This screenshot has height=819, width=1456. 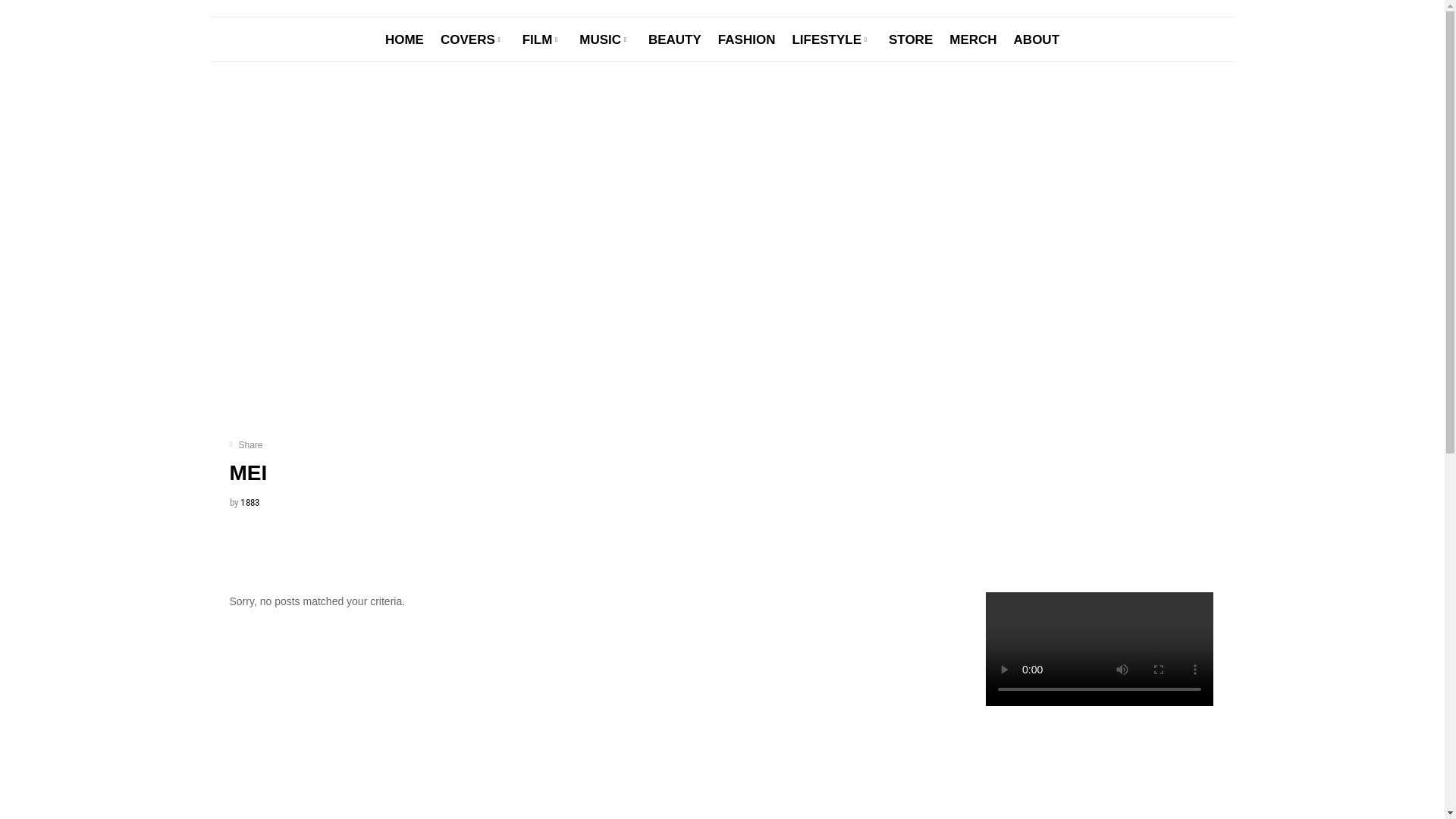 What do you see at coordinates (570, 38) in the screenshot?
I see `'MUSIC'` at bounding box center [570, 38].